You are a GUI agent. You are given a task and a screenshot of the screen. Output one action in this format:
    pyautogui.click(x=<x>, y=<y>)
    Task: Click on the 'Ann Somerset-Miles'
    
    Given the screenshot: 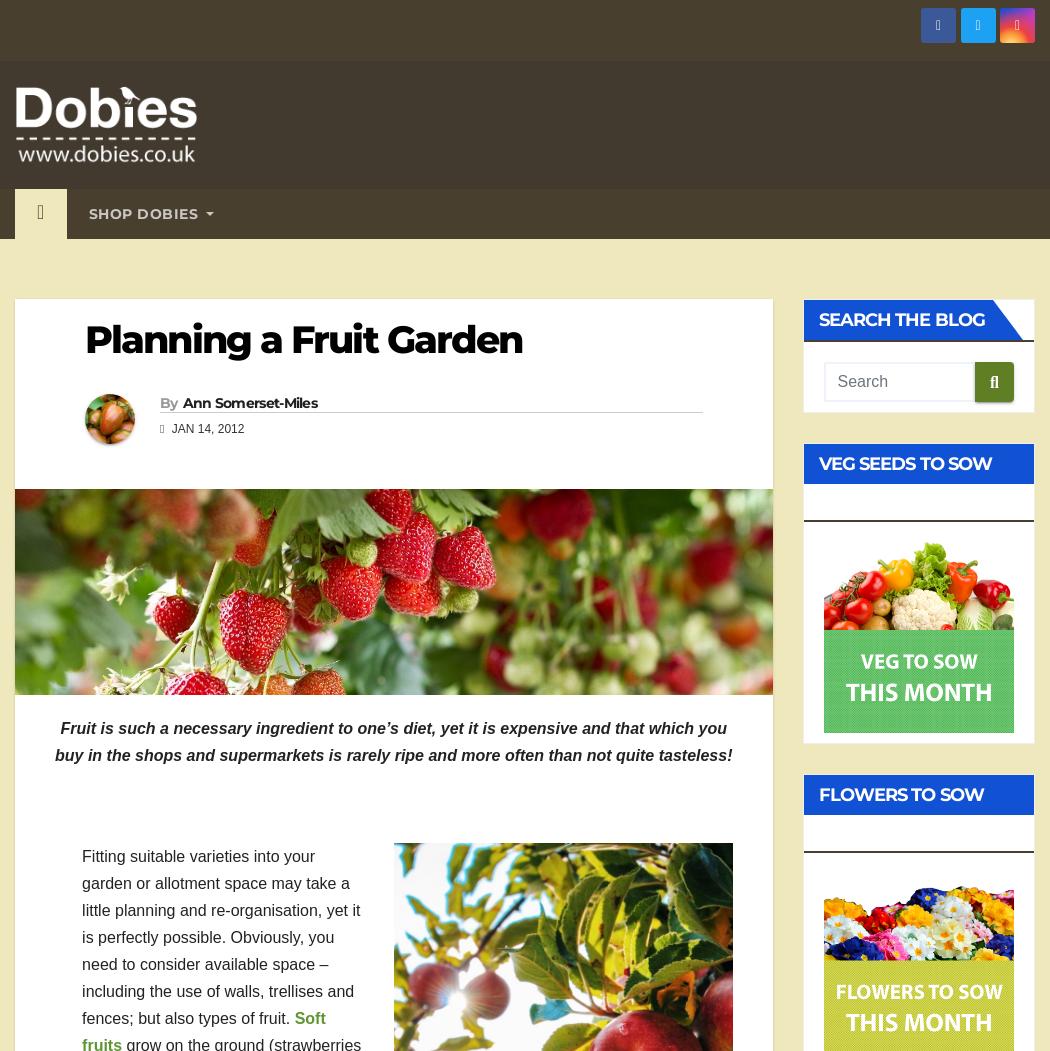 What is the action you would take?
    pyautogui.click(x=249, y=401)
    